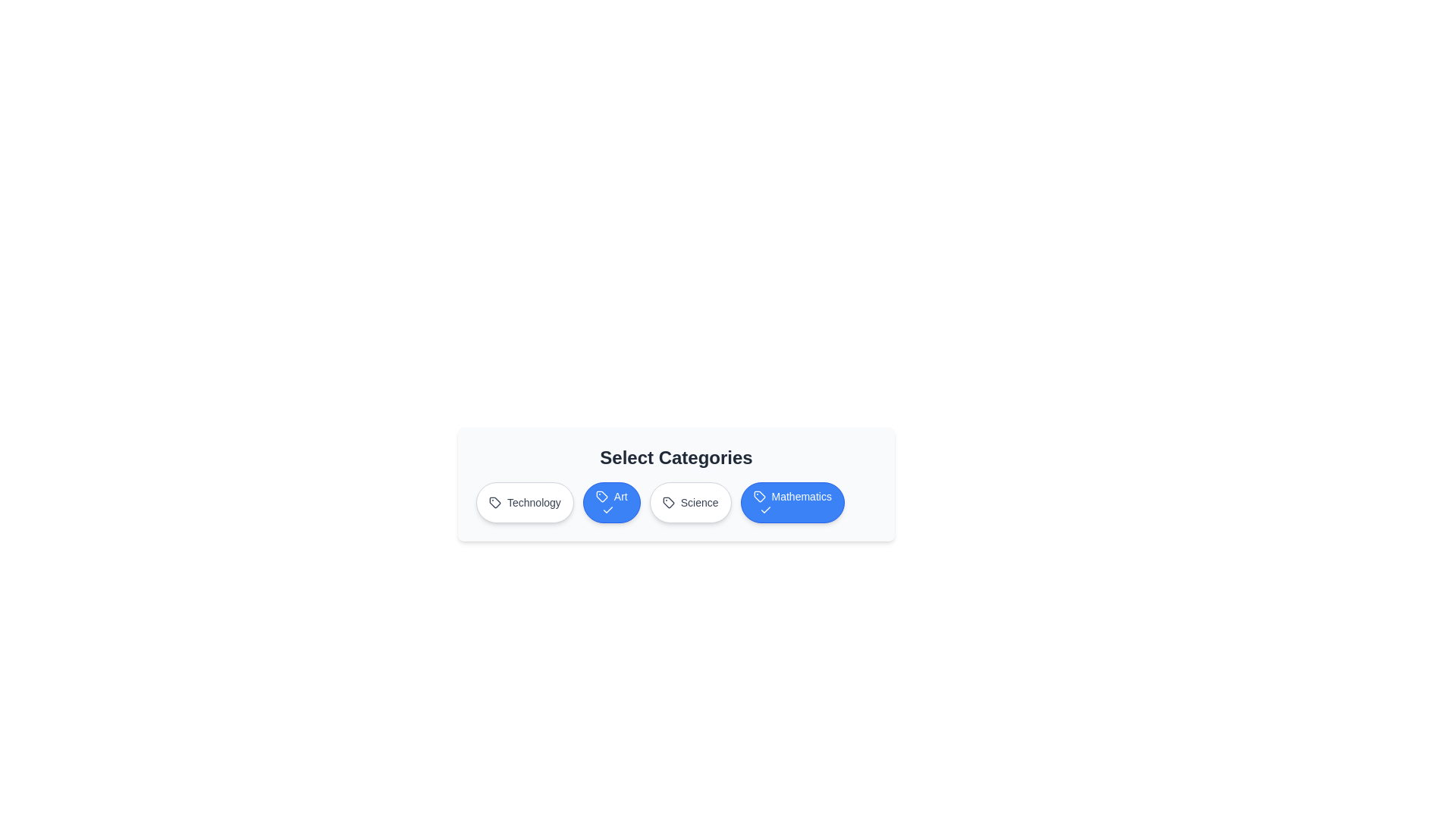 This screenshot has width=1456, height=819. I want to click on the icon within the category button labeled Art, so click(600, 497).